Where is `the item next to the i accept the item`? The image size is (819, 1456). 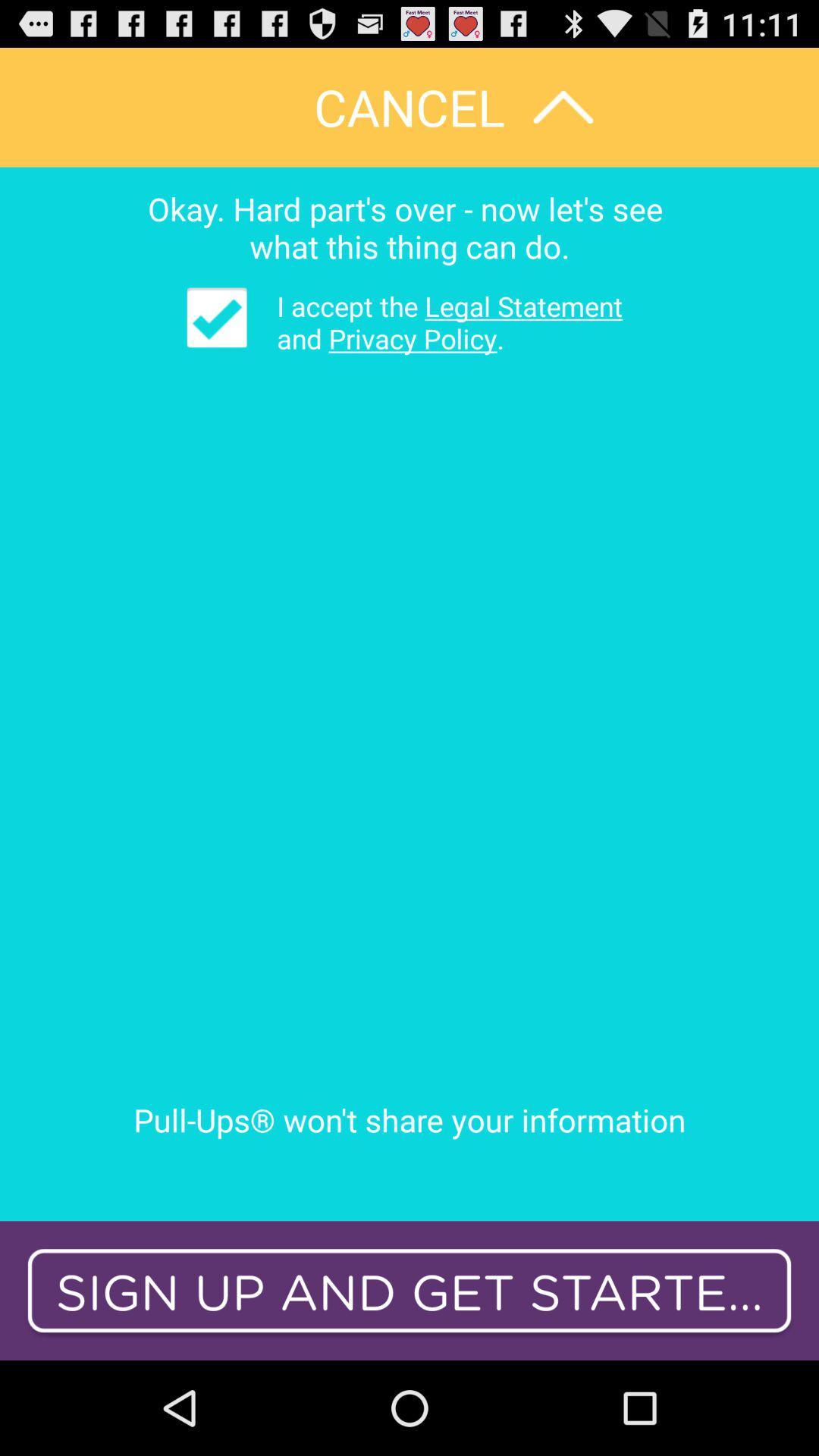
the item next to the i accept the item is located at coordinates (217, 316).